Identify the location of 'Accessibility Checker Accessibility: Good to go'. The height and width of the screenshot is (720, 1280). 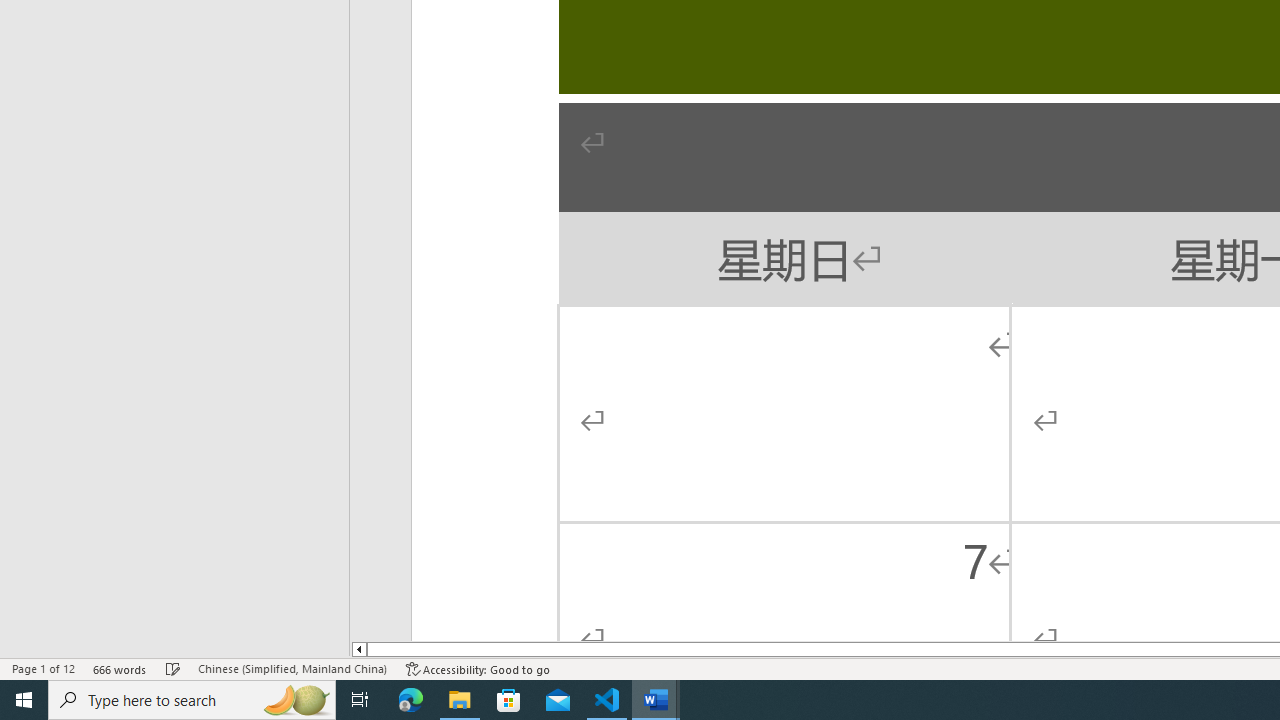
(477, 669).